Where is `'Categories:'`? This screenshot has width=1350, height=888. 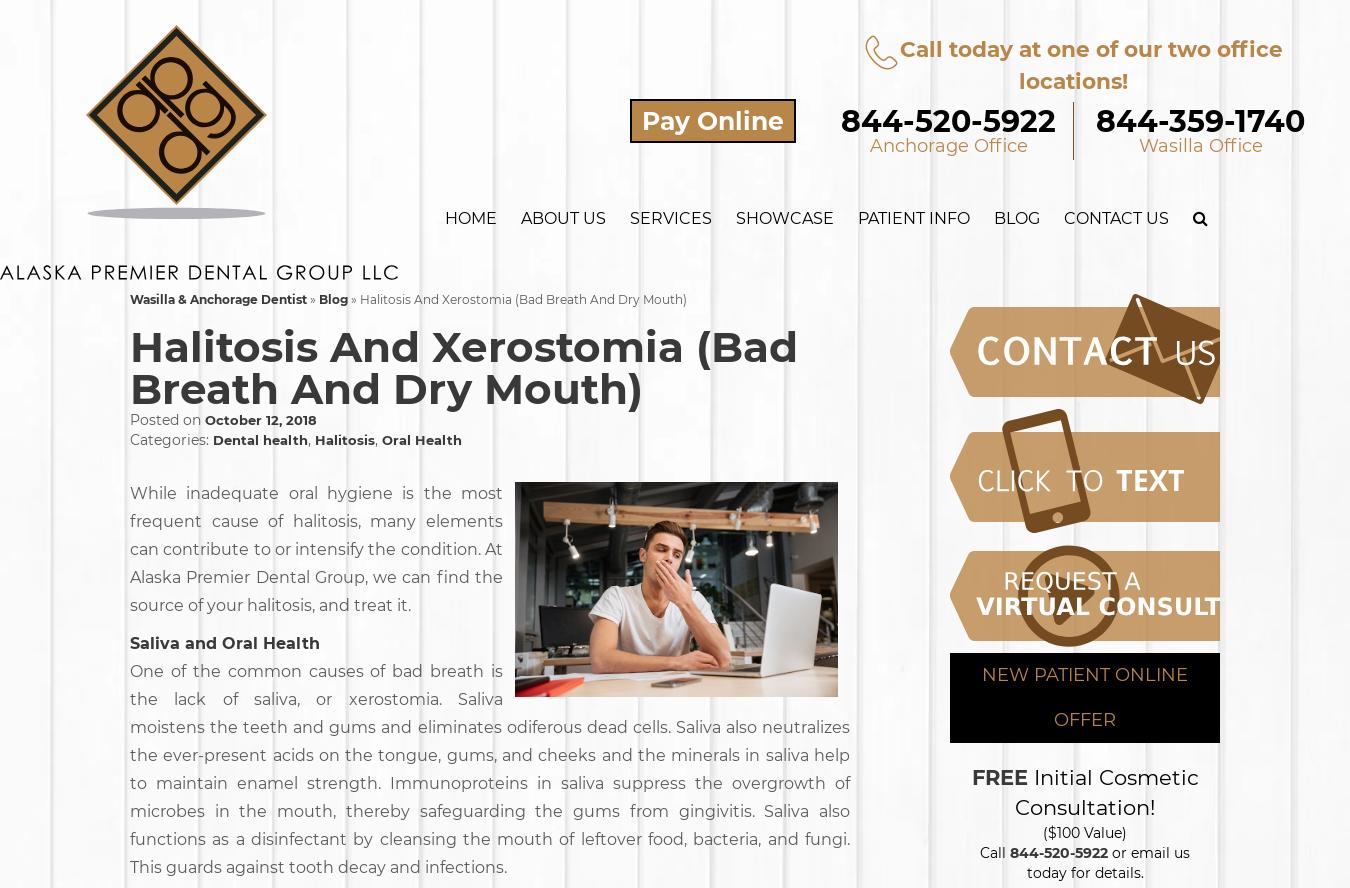 'Categories:' is located at coordinates (171, 439).